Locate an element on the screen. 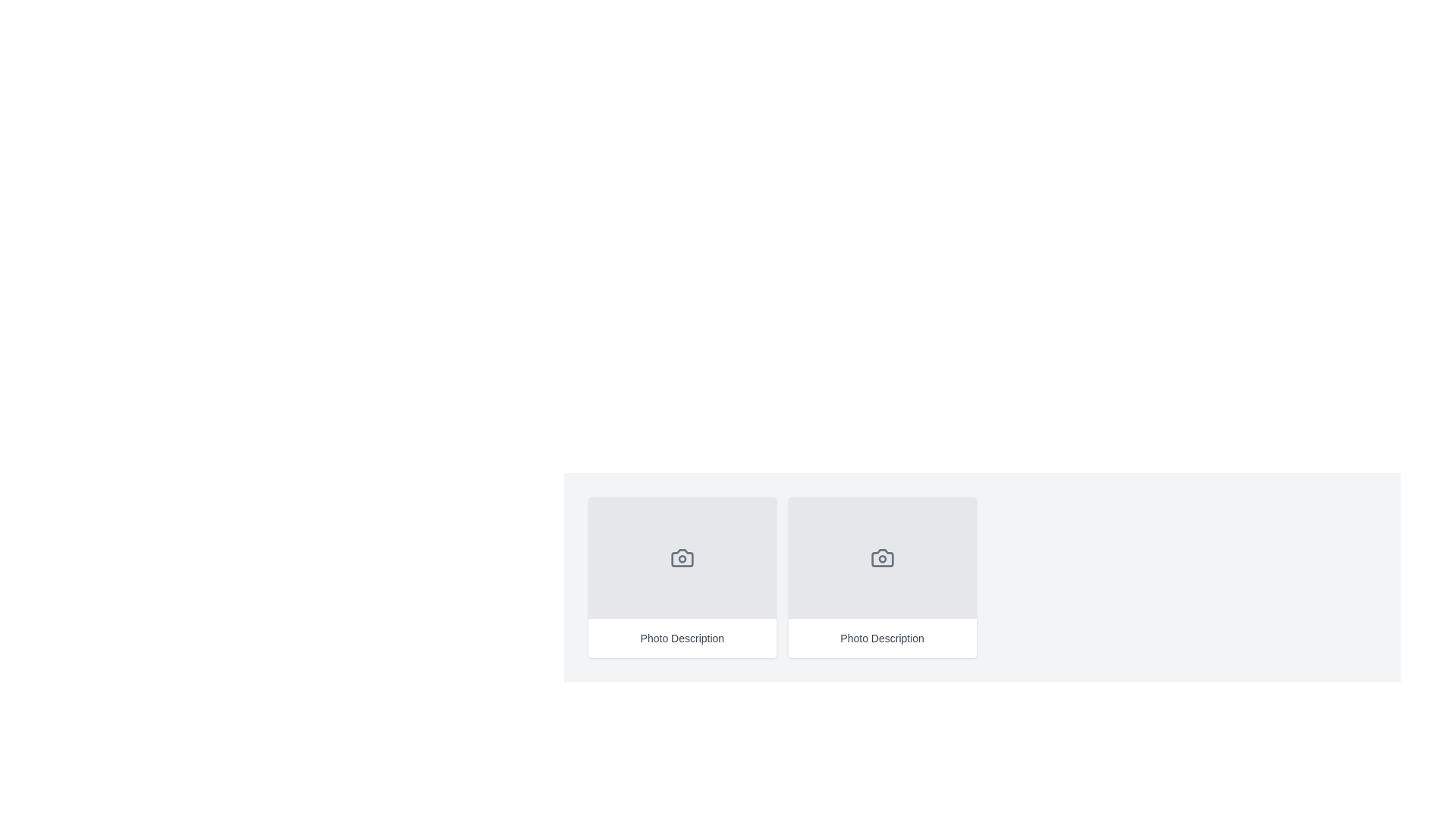 The height and width of the screenshot is (819, 1456). the Card component in the second column of the grid layout is located at coordinates (882, 578).